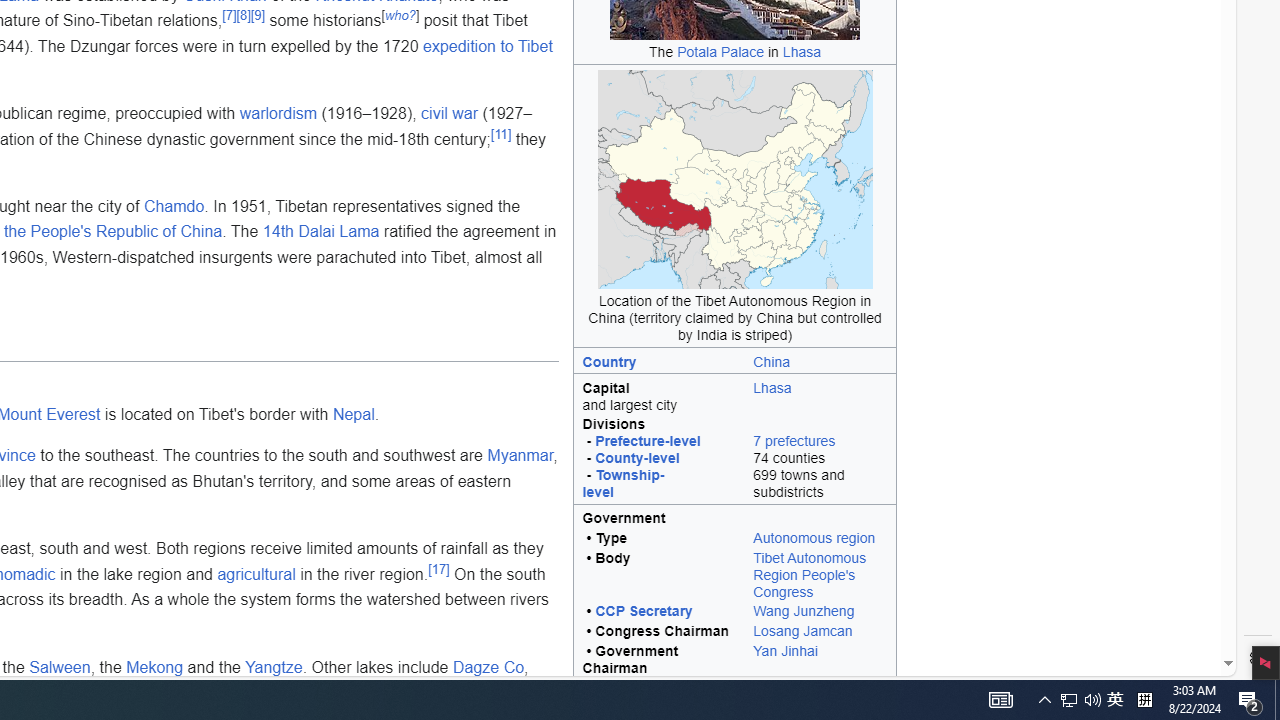 The height and width of the screenshot is (720, 1280). Describe the element at coordinates (659, 394) in the screenshot. I see `'Capital and largest city'` at that location.